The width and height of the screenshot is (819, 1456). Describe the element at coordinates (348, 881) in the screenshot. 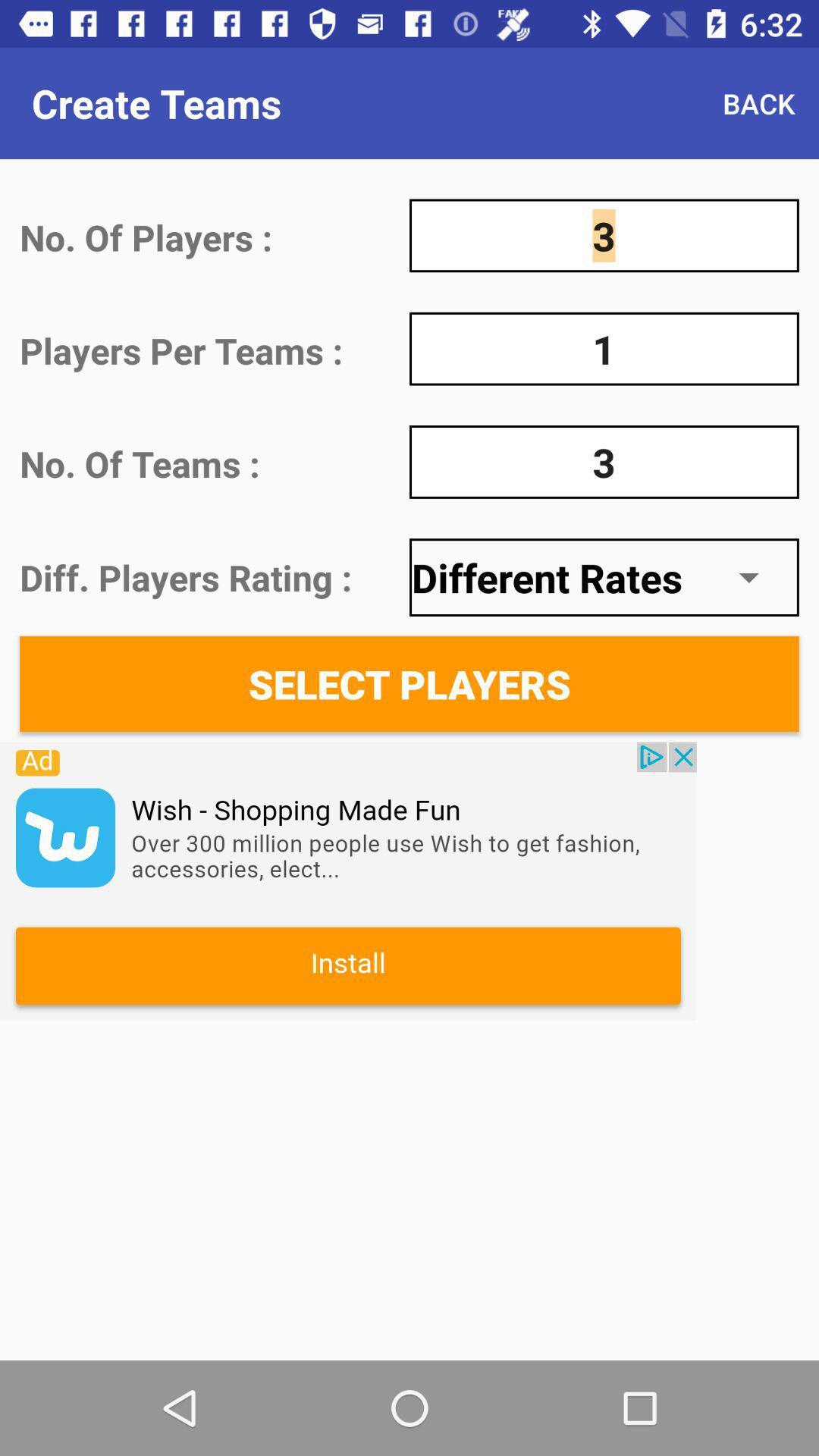

I see `advertising partner` at that location.